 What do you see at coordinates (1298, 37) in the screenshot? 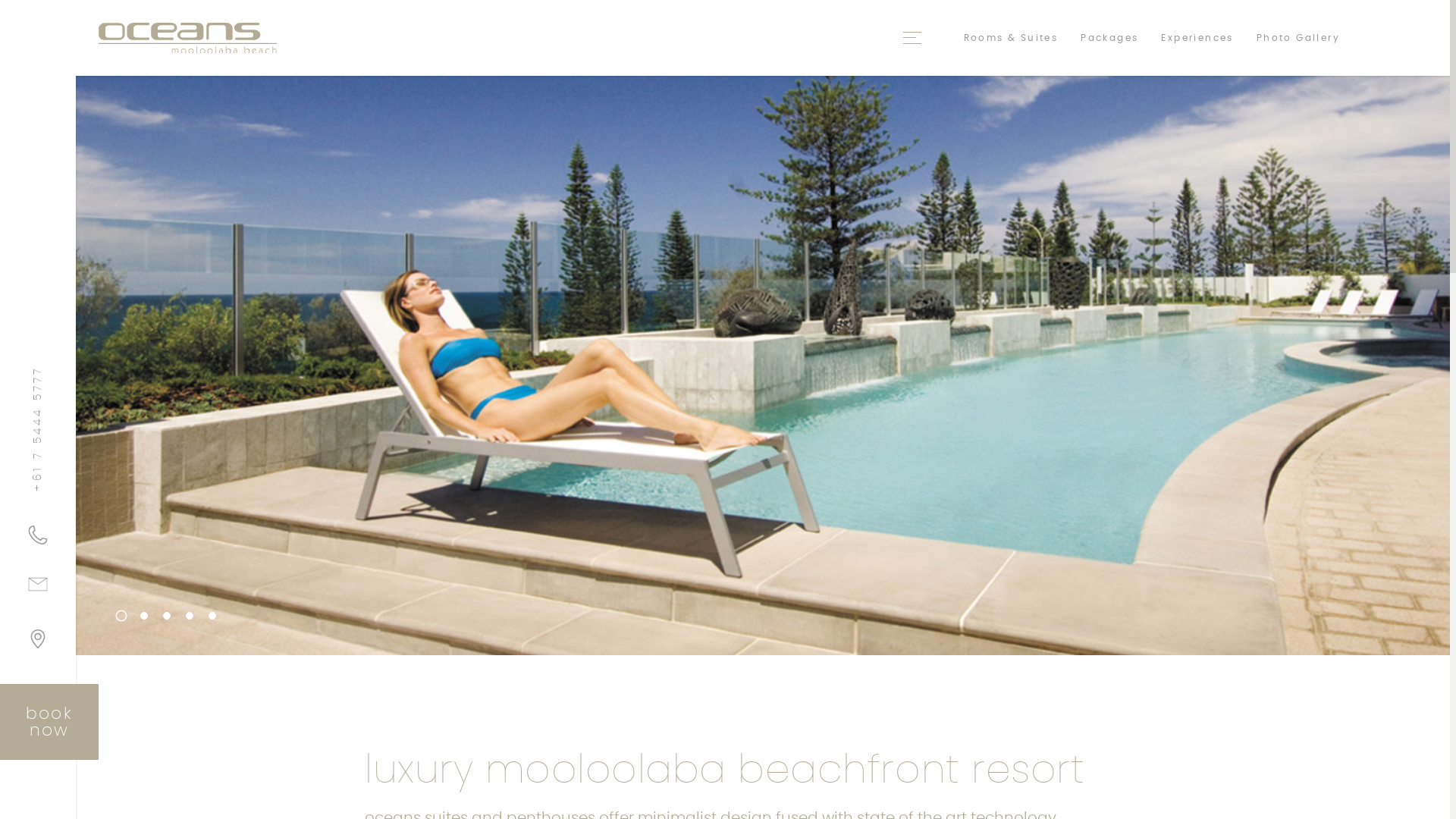
I see `'Photo Gallery'` at bounding box center [1298, 37].